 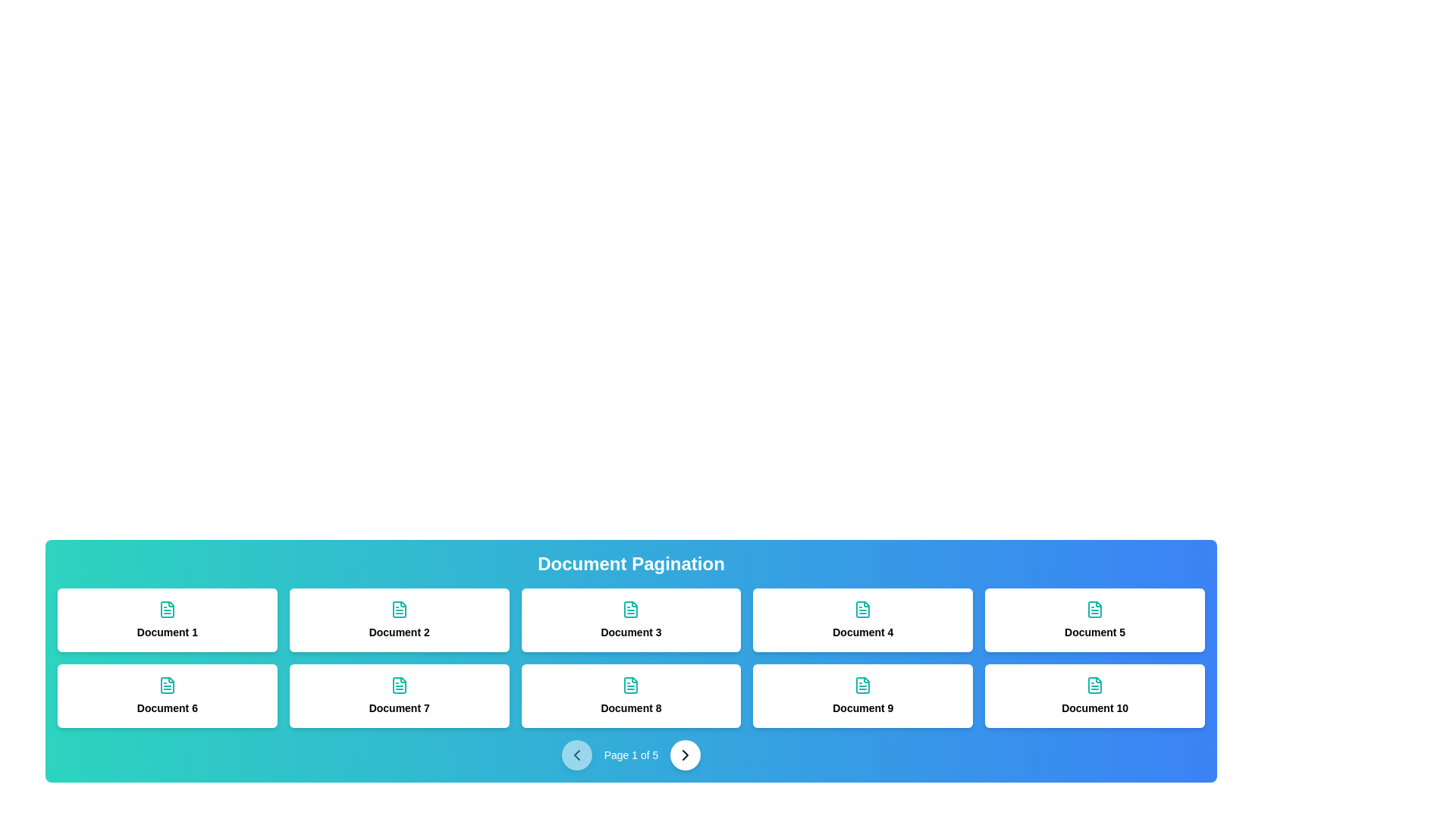 I want to click on the clickable card labeled 'Document 10' located in the last column of the second row within the grid of cards under the 'Document Pagination' section, so click(x=1095, y=696).